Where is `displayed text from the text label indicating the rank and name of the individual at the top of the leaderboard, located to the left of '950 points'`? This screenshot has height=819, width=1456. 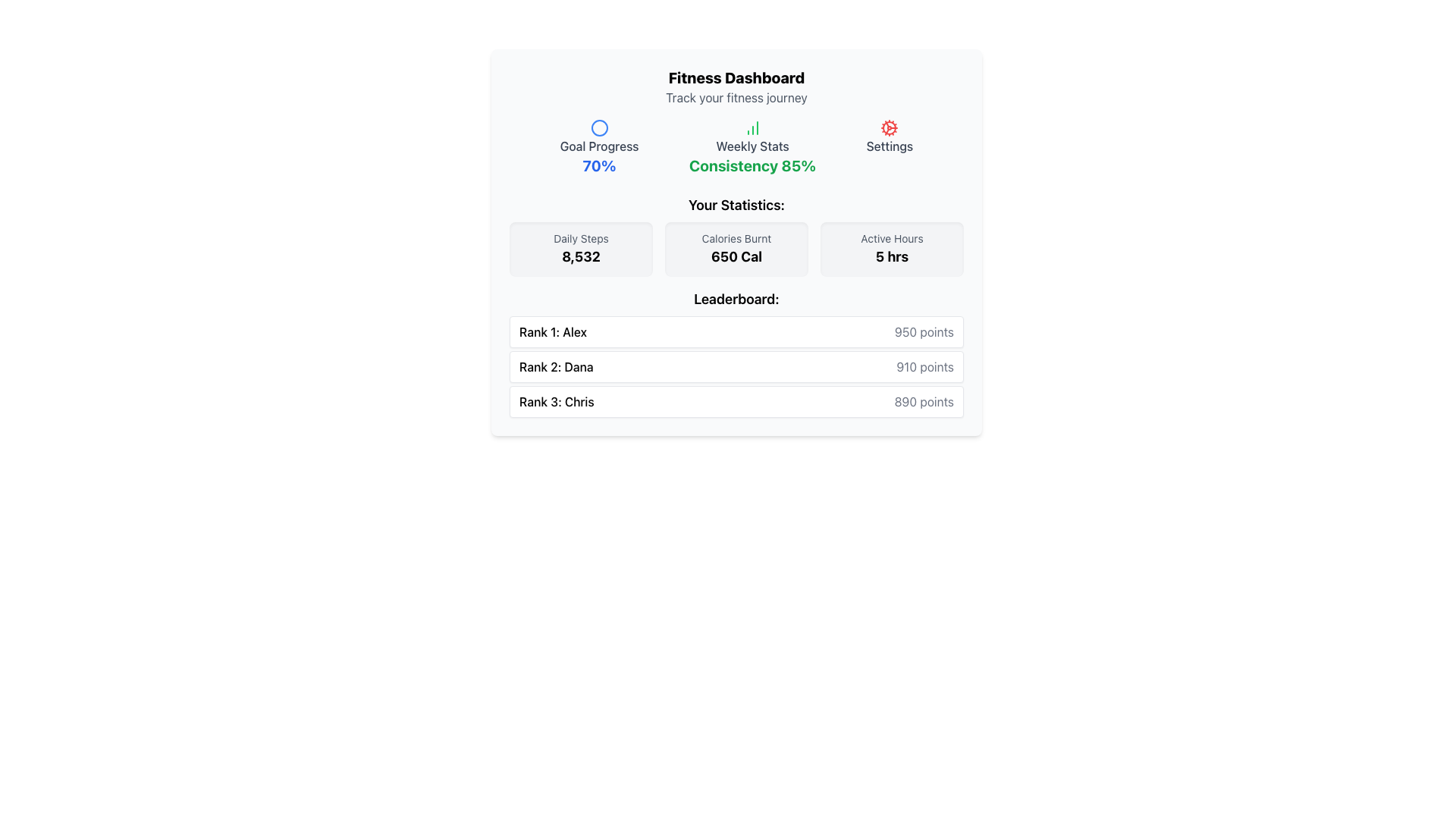 displayed text from the text label indicating the rank and name of the individual at the top of the leaderboard, located to the left of '950 points' is located at coordinates (552, 331).